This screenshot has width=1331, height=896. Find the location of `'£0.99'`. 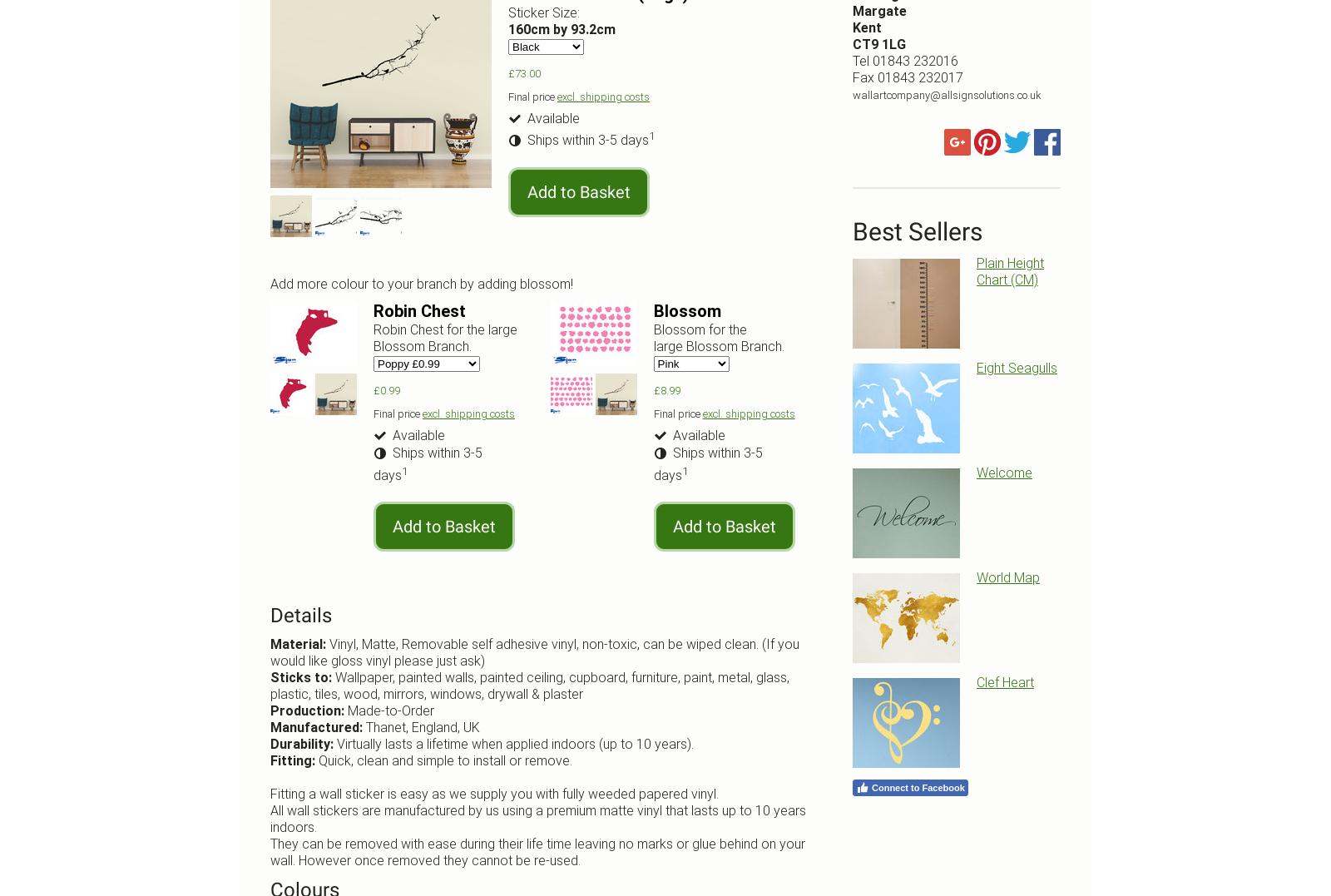

'£0.99' is located at coordinates (372, 389).